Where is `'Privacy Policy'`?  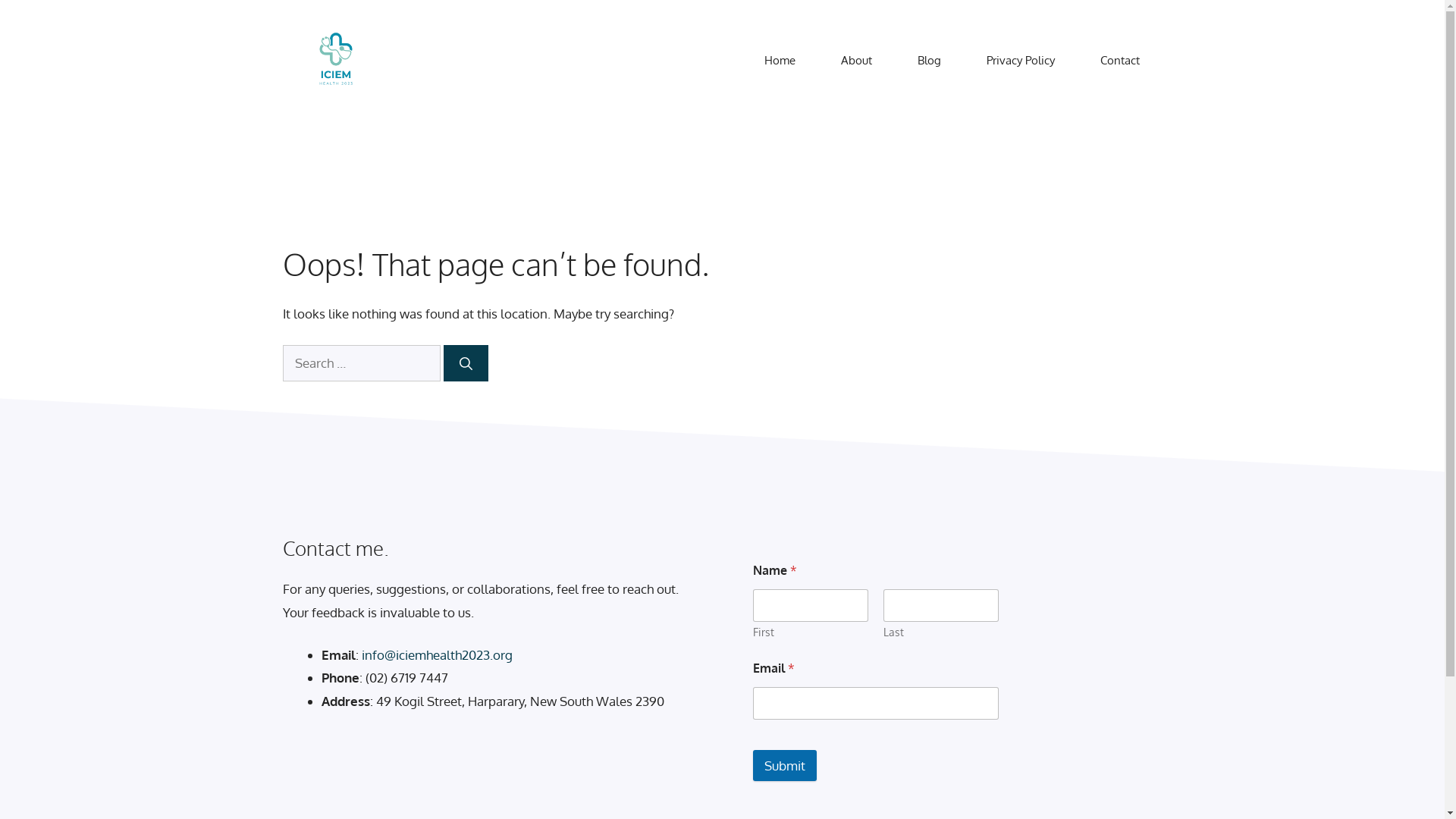 'Privacy Policy' is located at coordinates (962, 60).